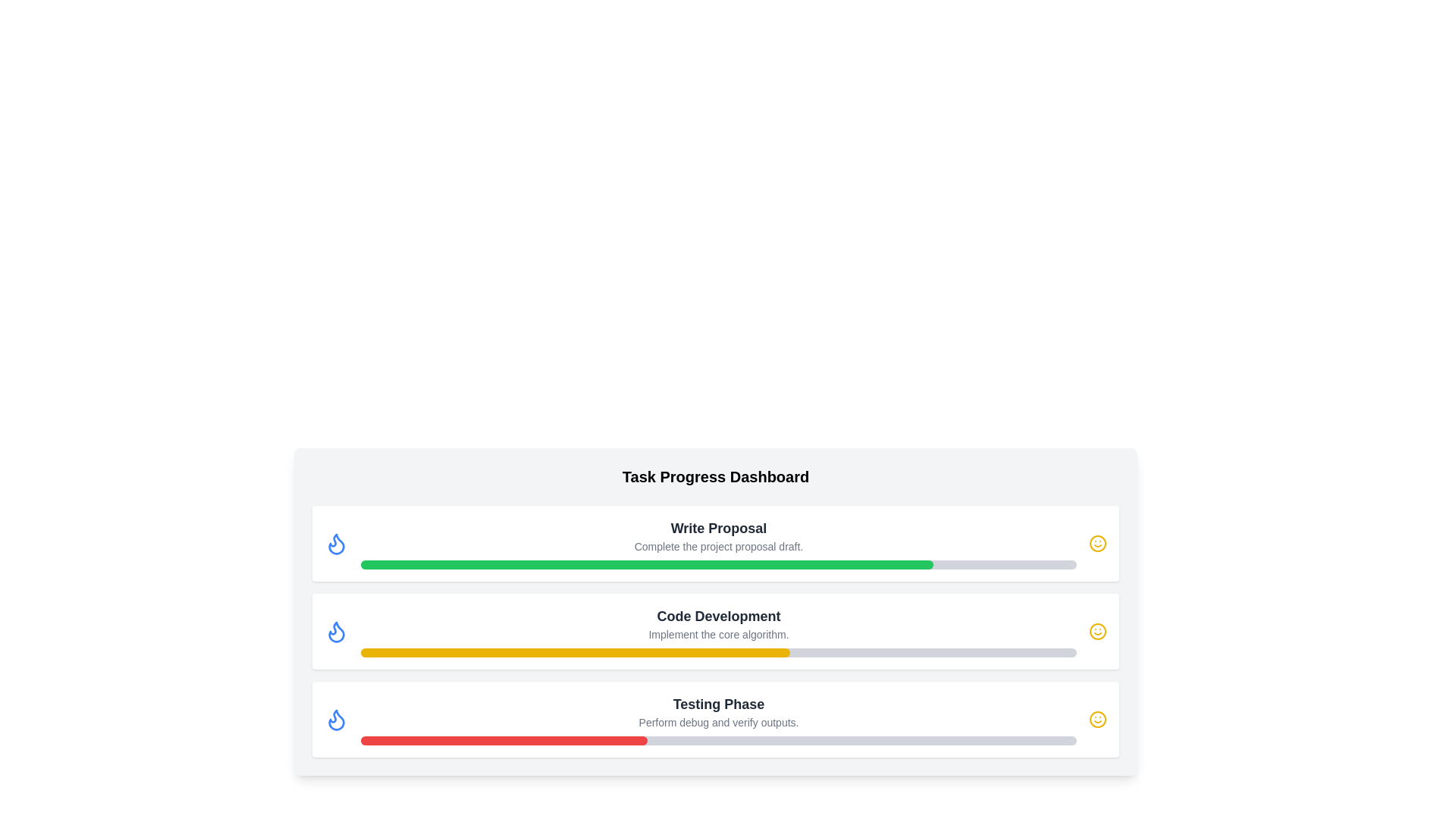  What do you see at coordinates (718, 635) in the screenshot?
I see `the text element that says 'Implement the core algorithm.' which is styled in a smaller gray font and positioned below the 'Code Development' heading` at bounding box center [718, 635].